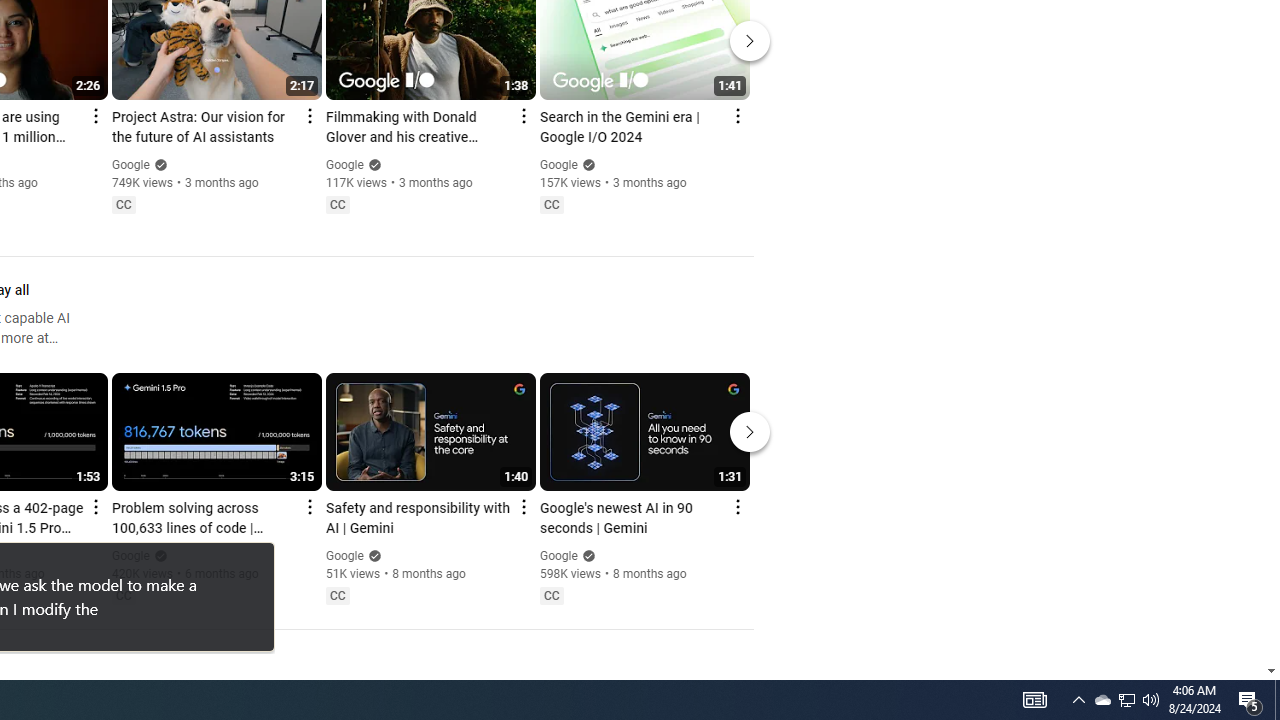 The width and height of the screenshot is (1280, 720). Describe the element at coordinates (736, 505) in the screenshot. I see `'Action menu'` at that location.